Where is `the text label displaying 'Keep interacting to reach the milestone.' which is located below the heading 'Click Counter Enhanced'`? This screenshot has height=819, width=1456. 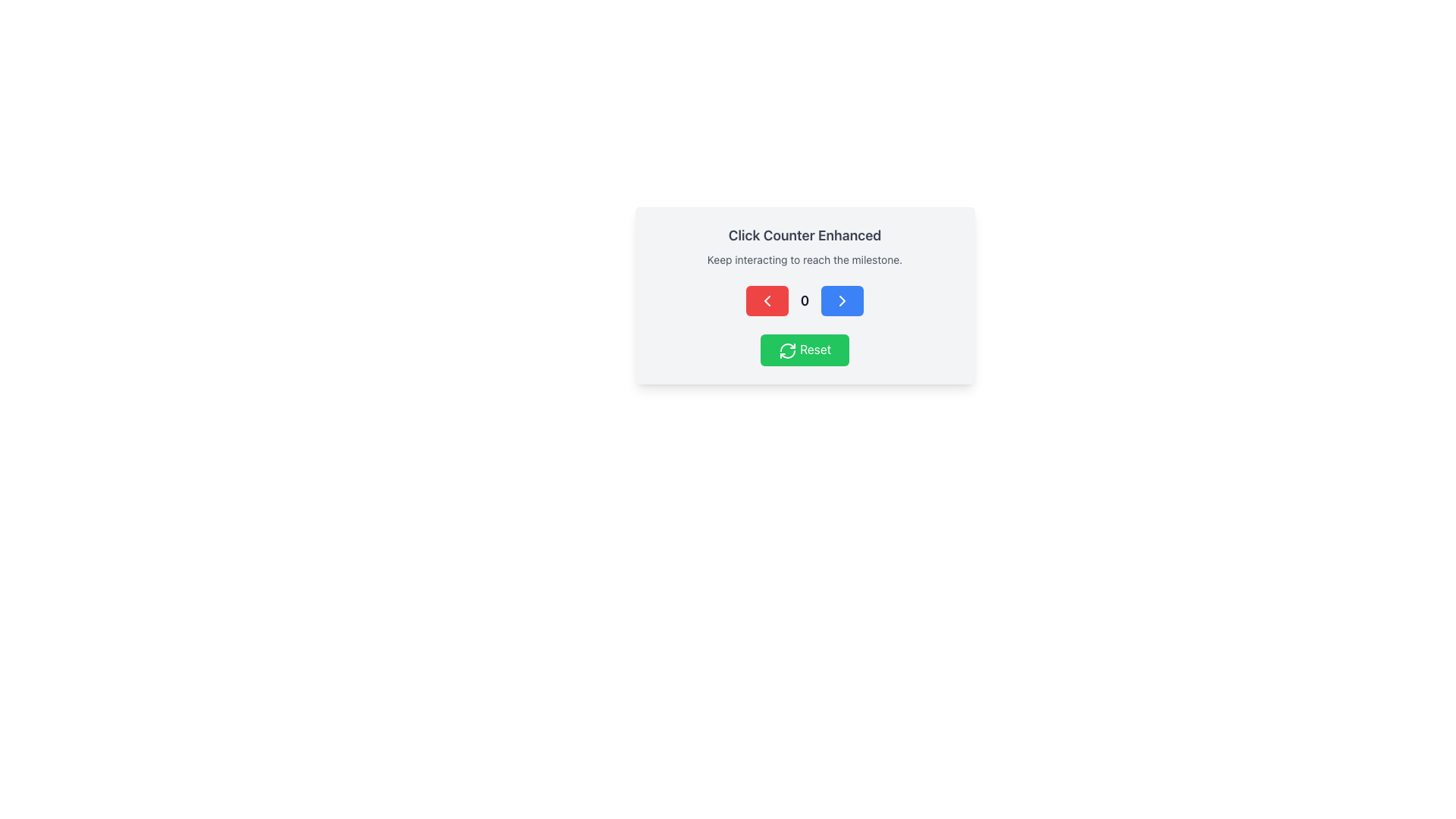 the text label displaying 'Keep interacting to reach the milestone.' which is located below the heading 'Click Counter Enhanced' is located at coordinates (804, 259).